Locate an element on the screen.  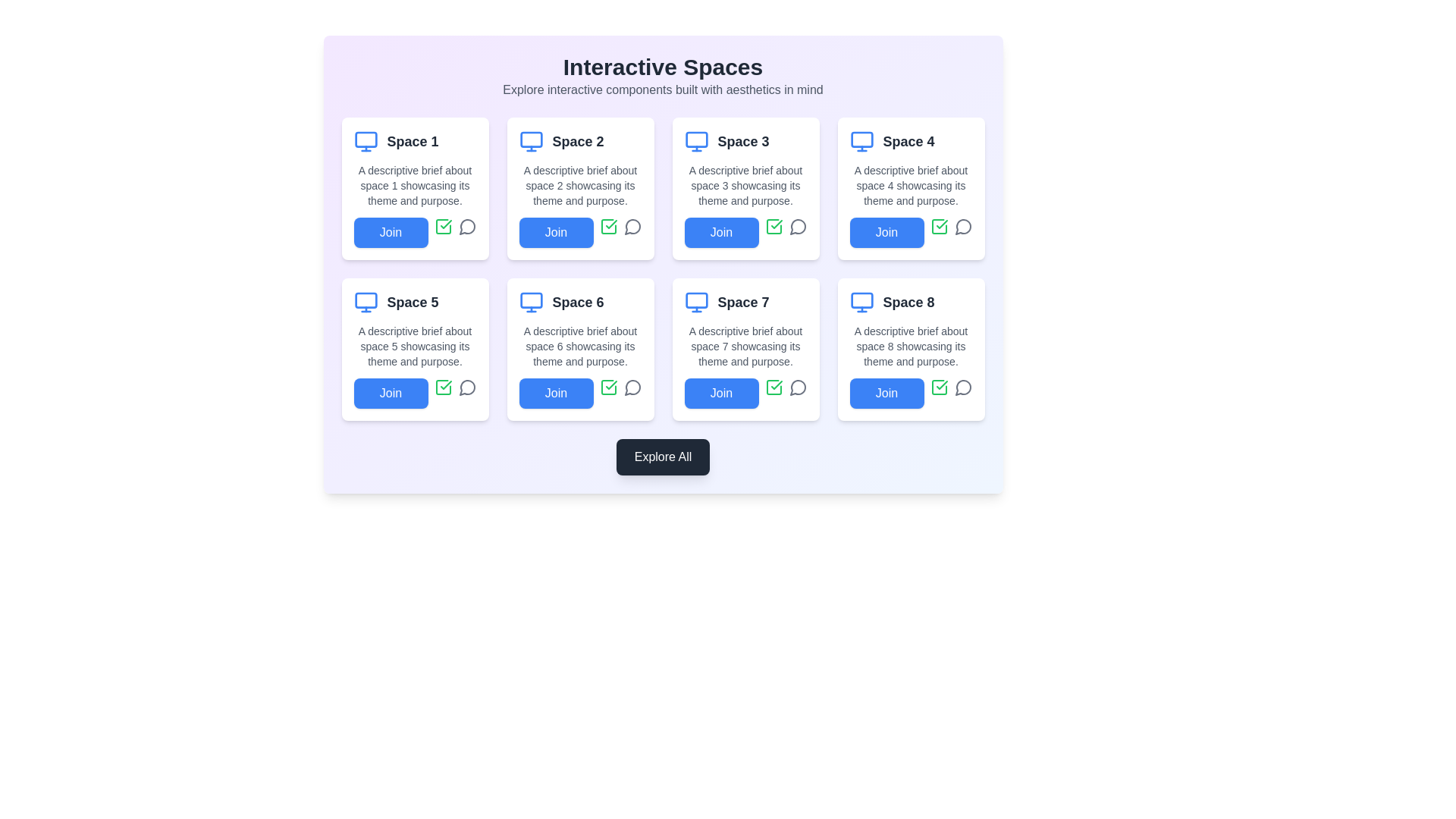
descriptive text from the Interactive Card located at the top-left corner of the grid layout, specifically the first column and first row is located at coordinates (415, 188).